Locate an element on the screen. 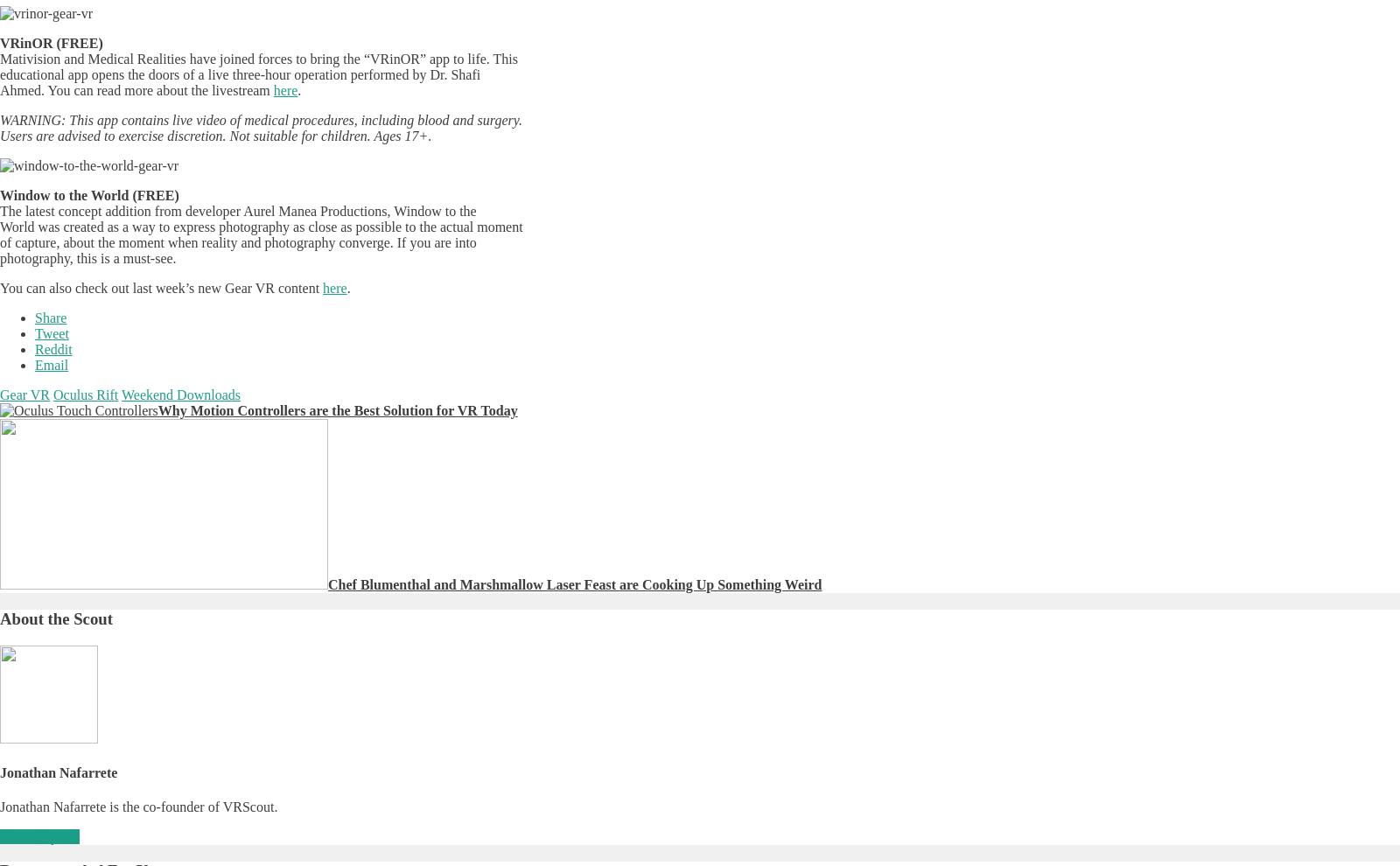 The height and width of the screenshot is (866, 1400). 'Chef Blumenthal and Marshmallow Laser Feast are Cooking Up Something Weird' is located at coordinates (574, 584).